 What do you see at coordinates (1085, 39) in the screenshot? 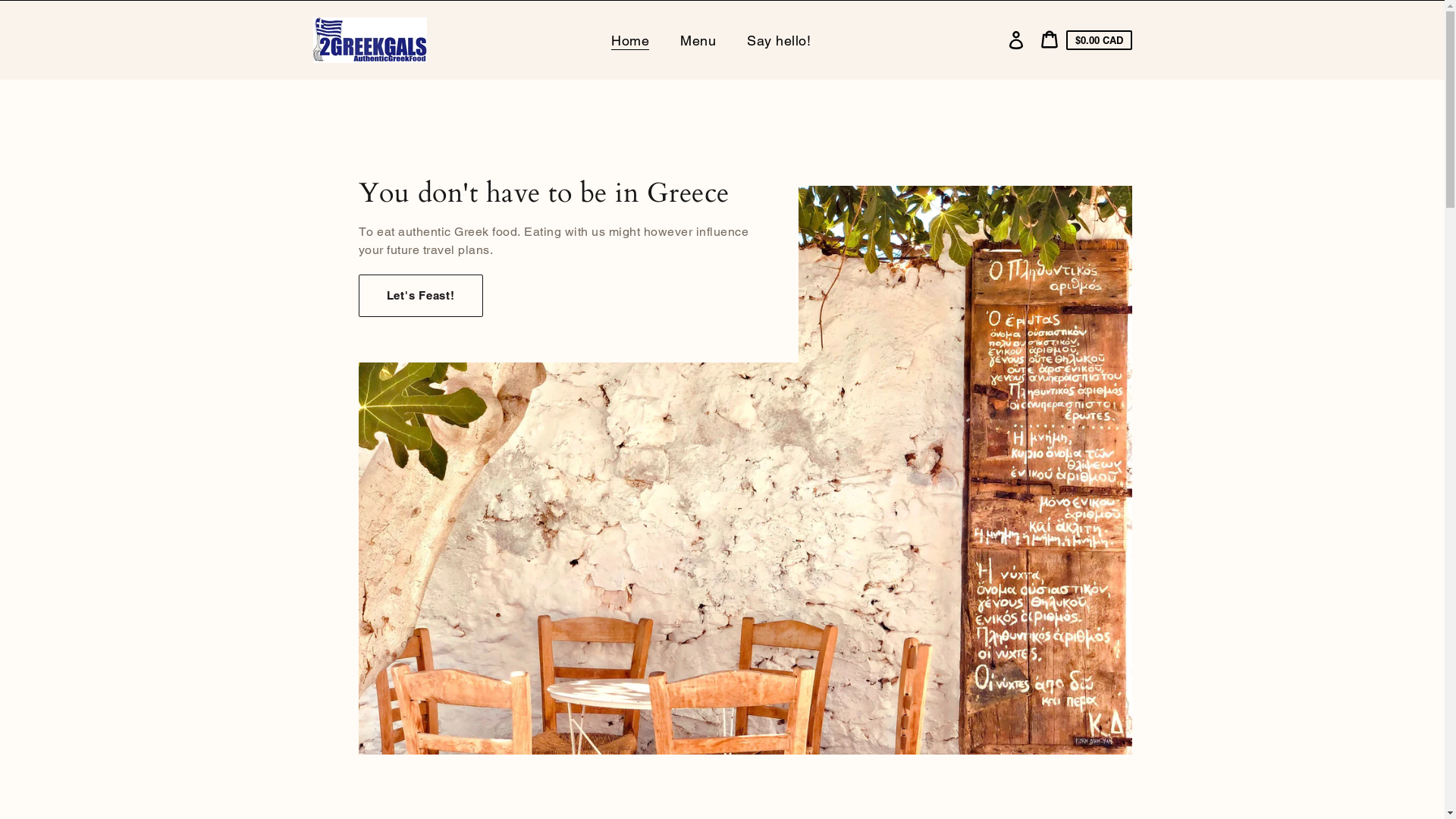
I see `'Cart` at bounding box center [1085, 39].